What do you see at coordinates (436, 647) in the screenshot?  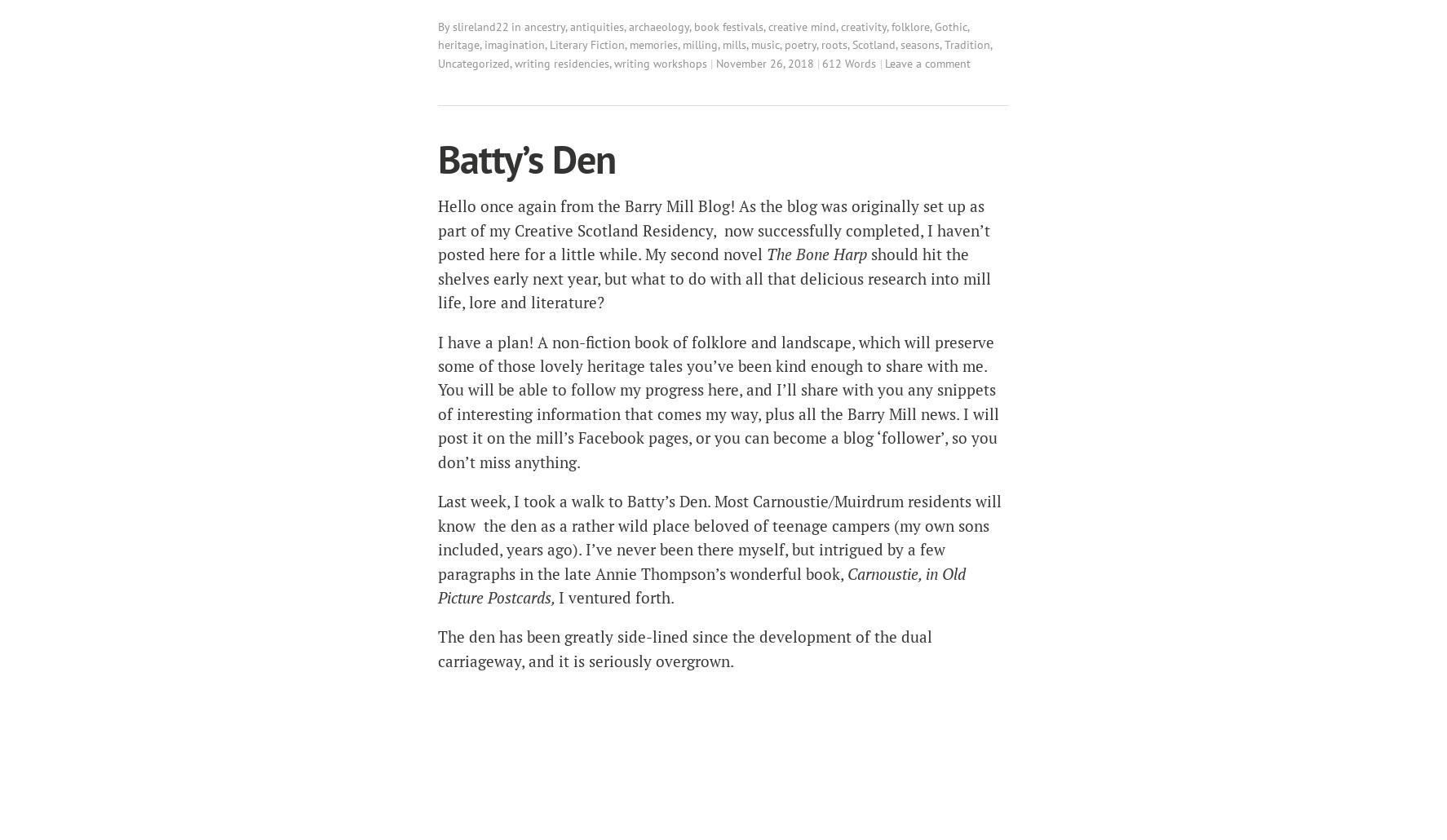 I see `'The den has been greatly side-lined since the development of the dual carriageway, and it is seriously overgrown.'` at bounding box center [436, 647].